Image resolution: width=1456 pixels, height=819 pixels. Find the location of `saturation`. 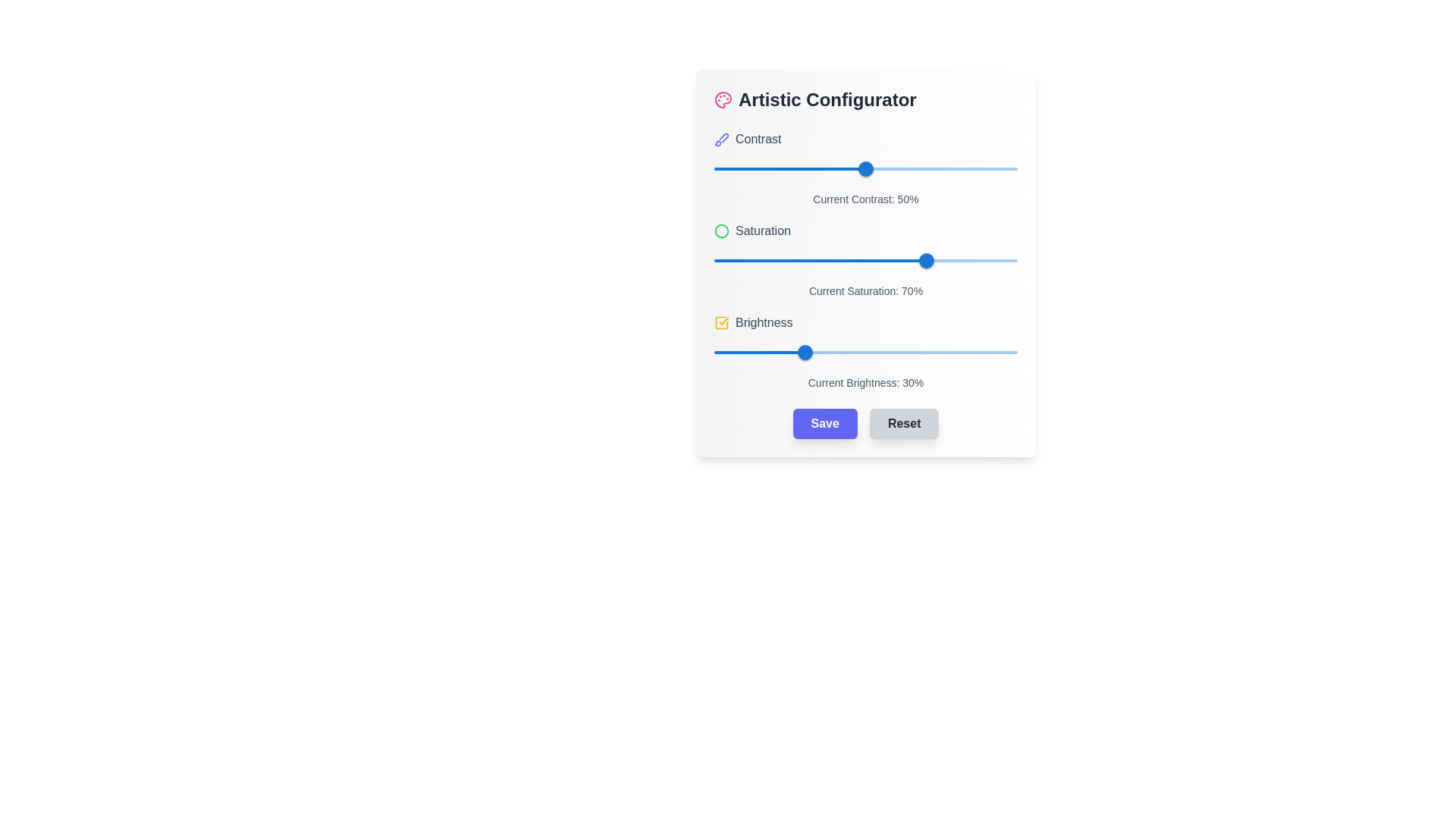

saturation is located at coordinates (877, 259).